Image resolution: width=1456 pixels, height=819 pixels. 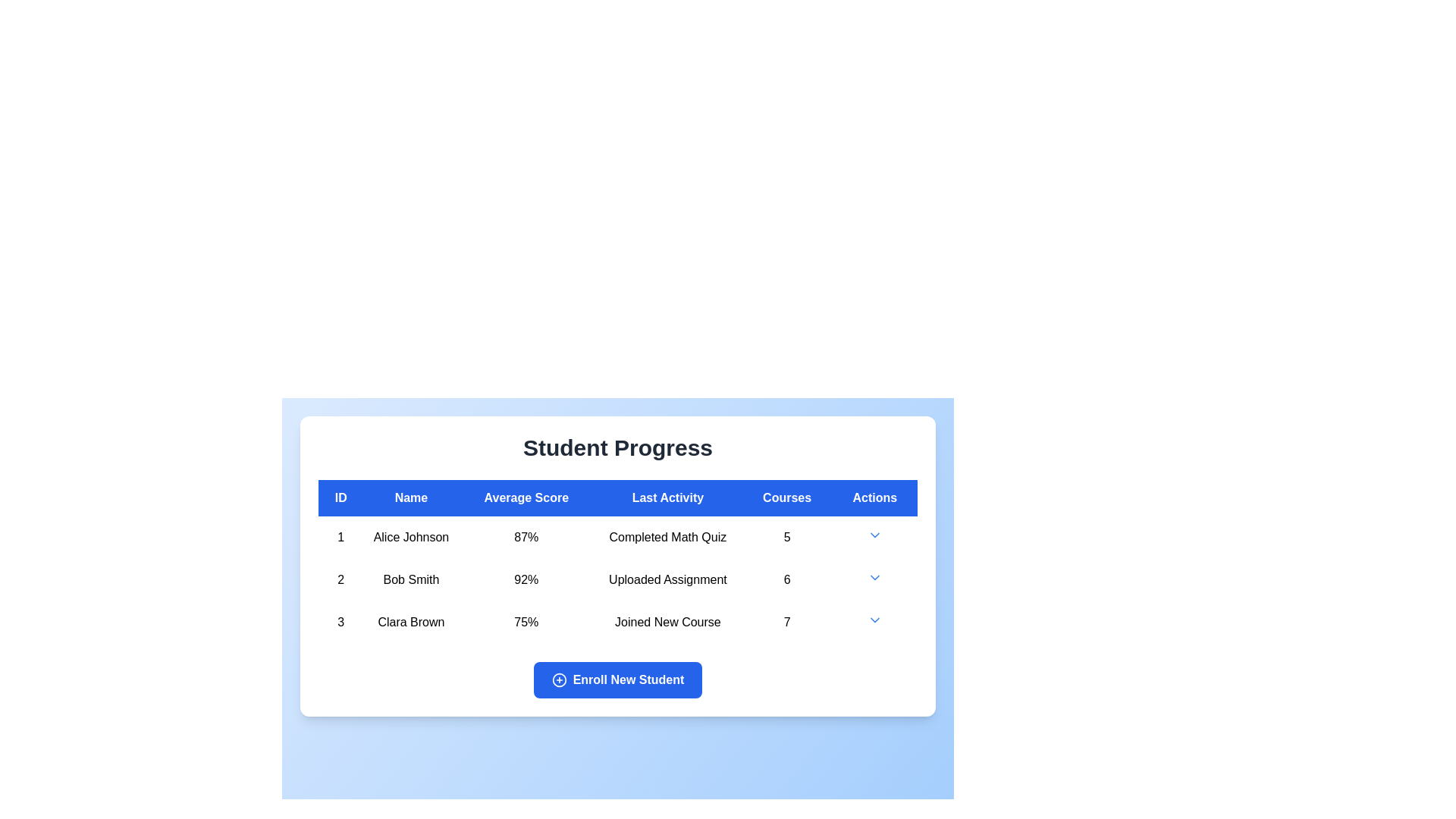 I want to click on the Dropdown trigger icon in the 'Actions' column of the second row, aligned with 'Bob Smith', so click(x=874, y=577).